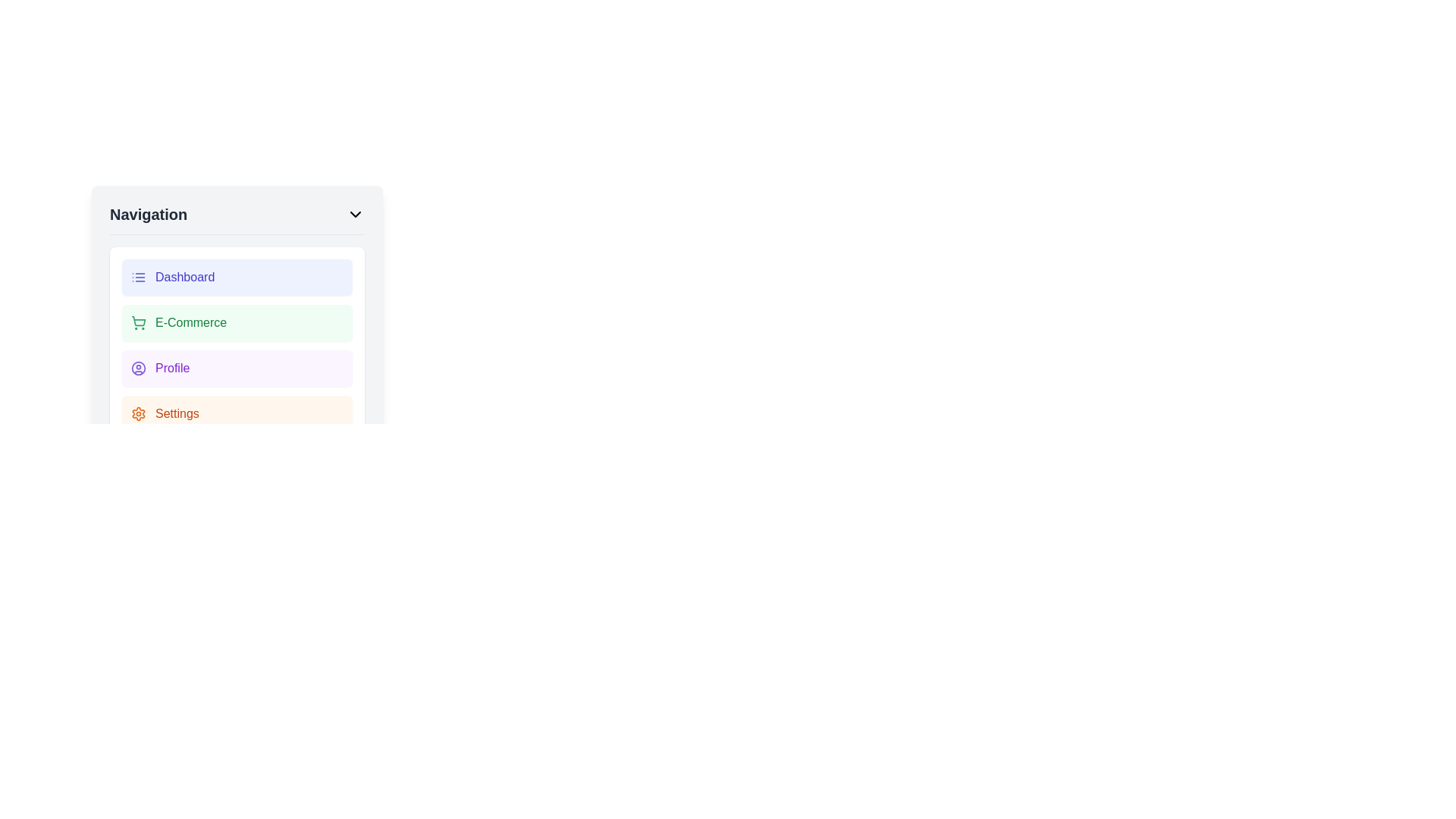 The image size is (1456, 819). I want to click on SVG icon resembling a shopping cart, which is styled with a green stroke color and located to the left of the 'E-Commerce' text within a light green highlighted box, so click(138, 322).